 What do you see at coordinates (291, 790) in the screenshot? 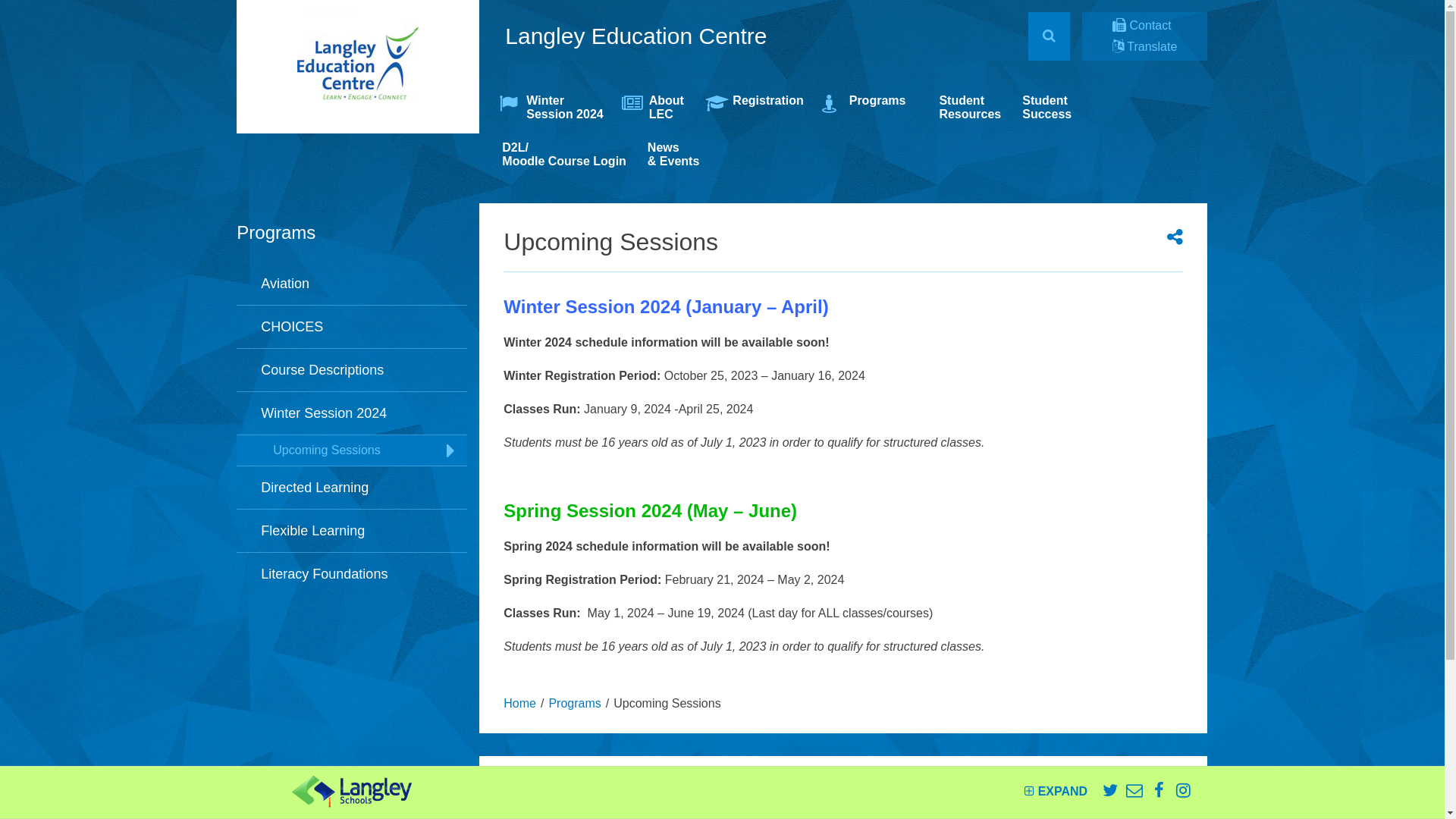
I see `'SD35, Langley School District'` at bounding box center [291, 790].